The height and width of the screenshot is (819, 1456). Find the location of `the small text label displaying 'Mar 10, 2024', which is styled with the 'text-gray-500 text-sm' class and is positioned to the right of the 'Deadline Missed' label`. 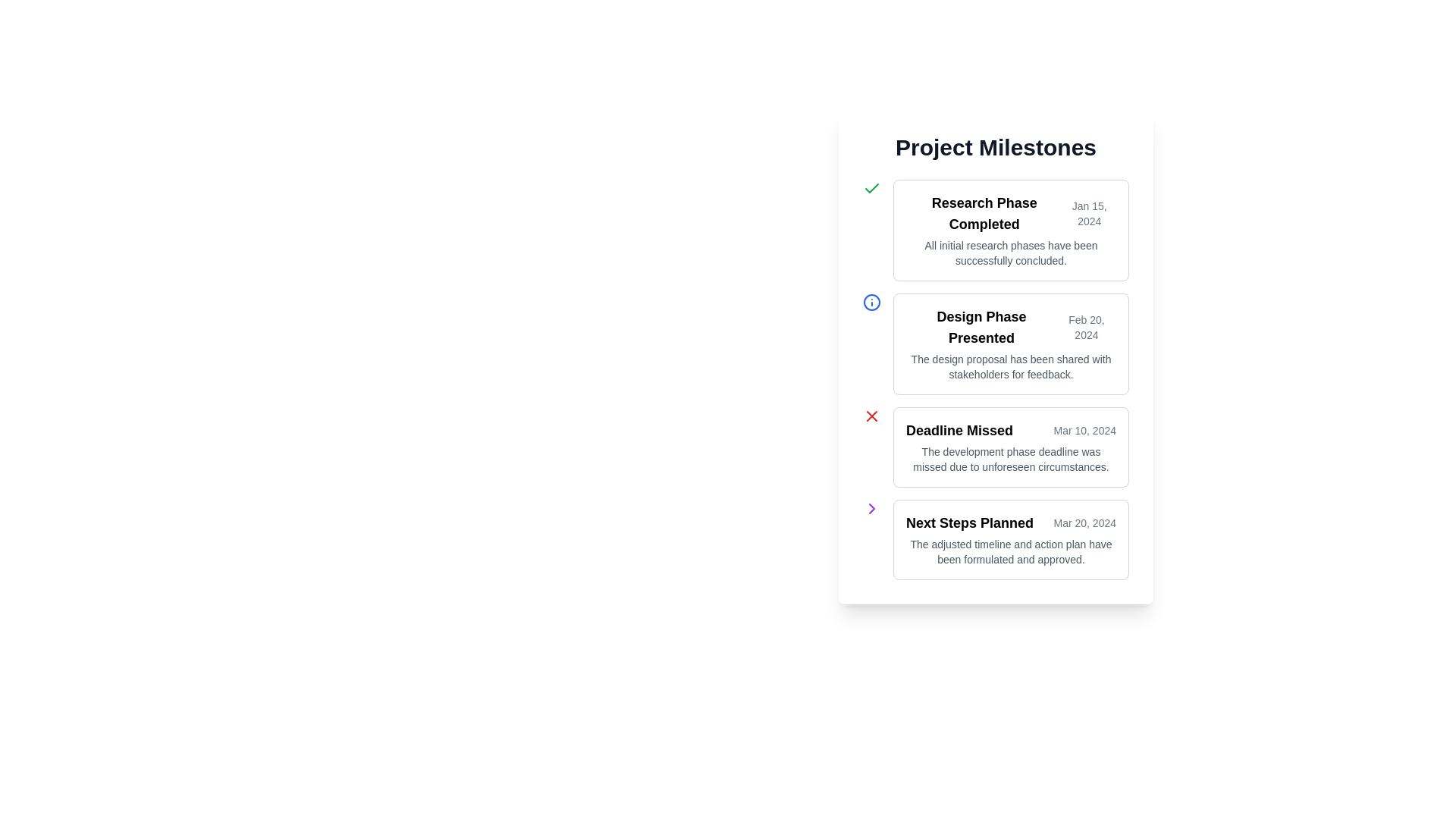

the small text label displaying 'Mar 10, 2024', which is styled with the 'text-gray-500 text-sm' class and is positioned to the right of the 'Deadline Missed' label is located at coordinates (1084, 430).